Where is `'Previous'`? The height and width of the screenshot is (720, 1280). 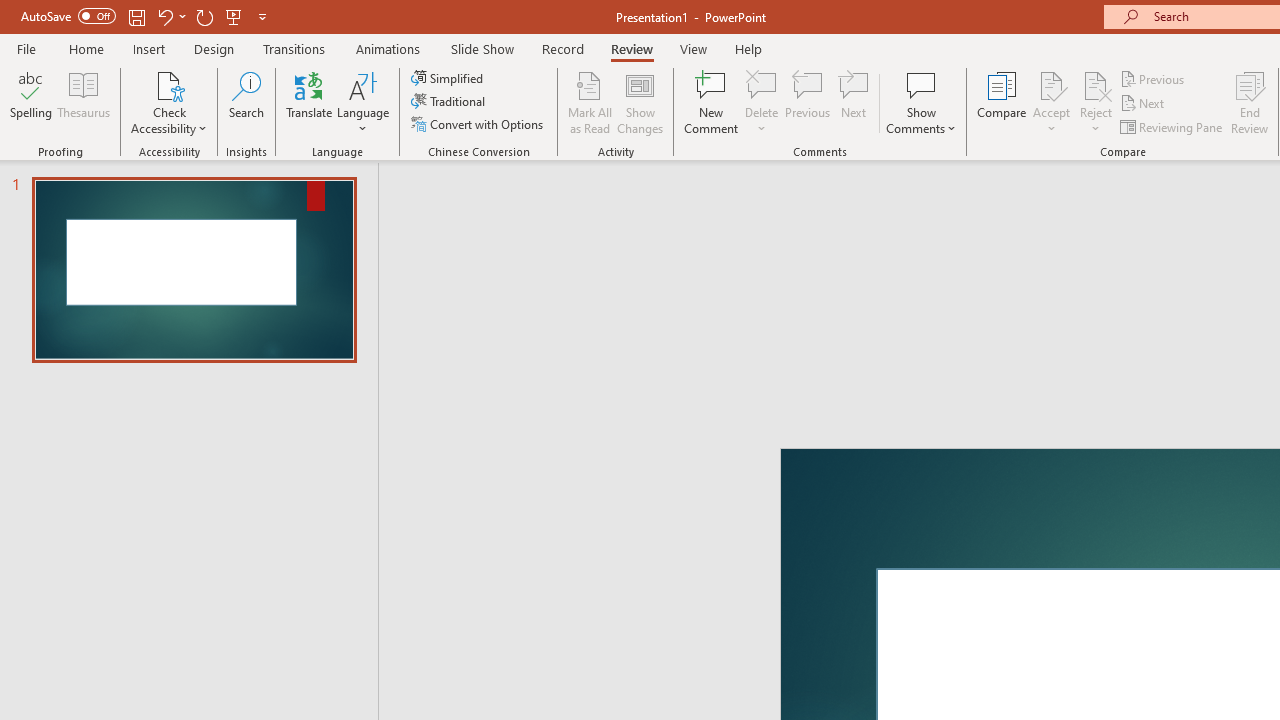
'Previous' is located at coordinates (1153, 78).